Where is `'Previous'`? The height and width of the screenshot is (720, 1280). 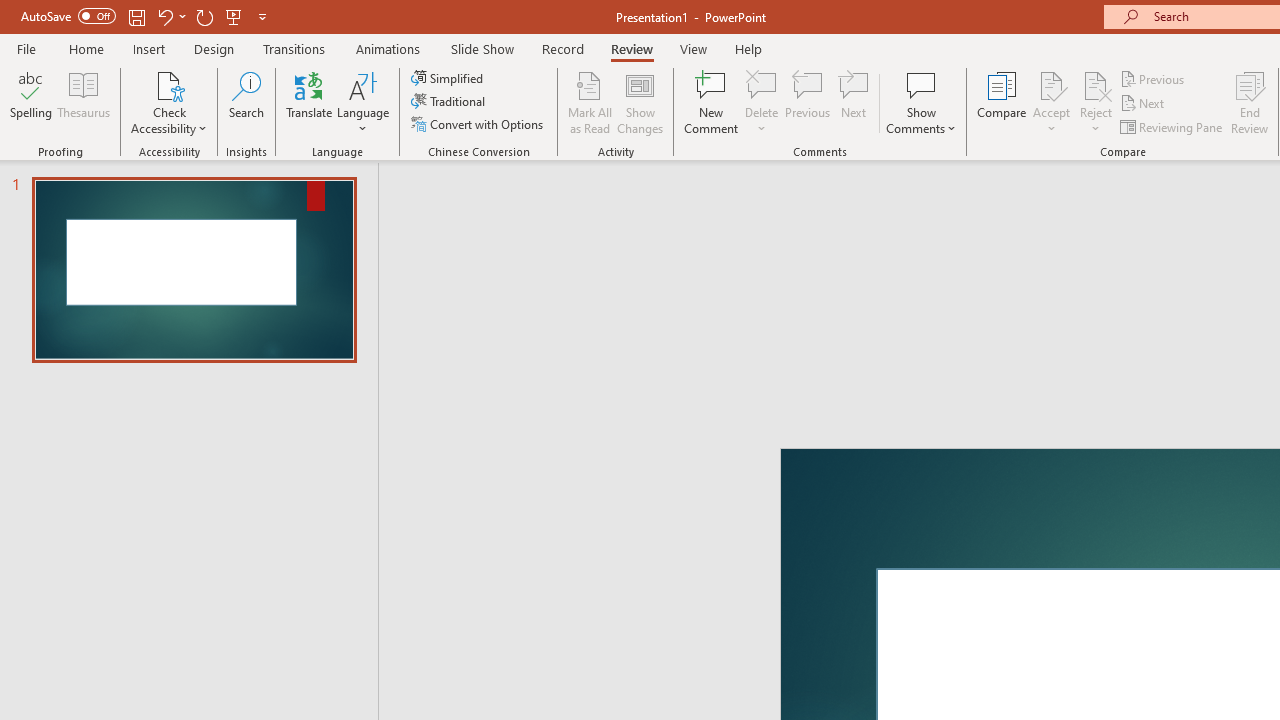
'Previous' is located at coordinates (1153, 78).